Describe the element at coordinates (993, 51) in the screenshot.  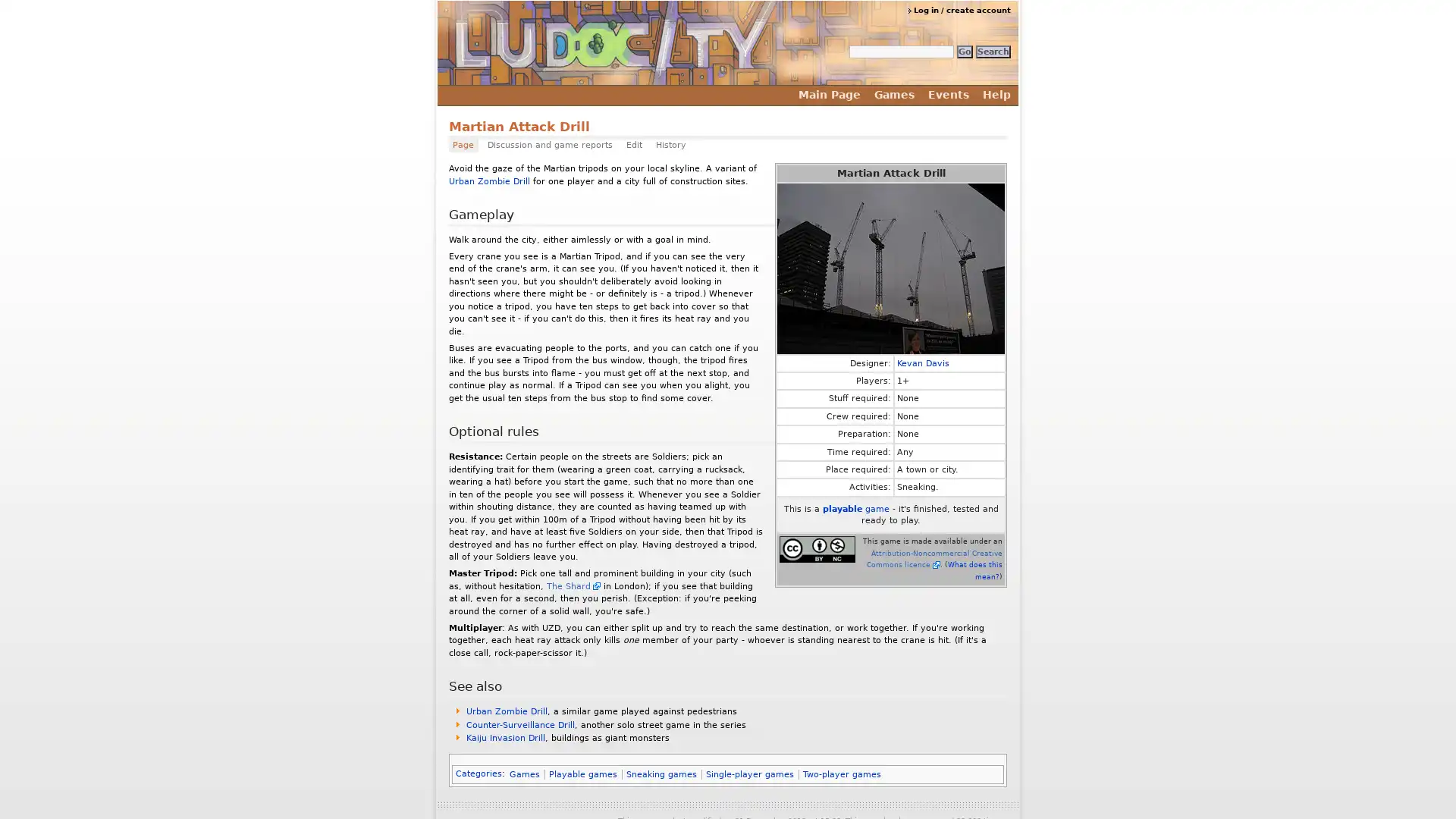
I see `Search` at that location.